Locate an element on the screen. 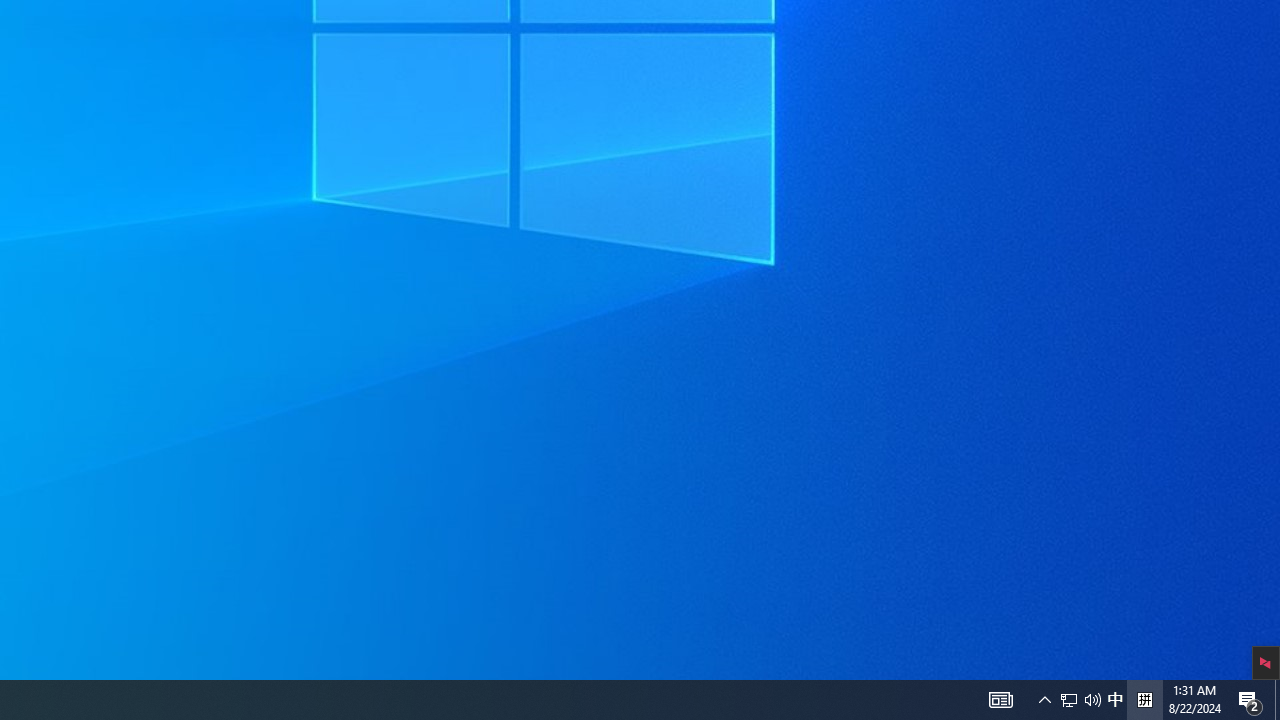 This screenshot has width=1280, height=720. 'Show desktop' is located at coordinates (1276, 698).